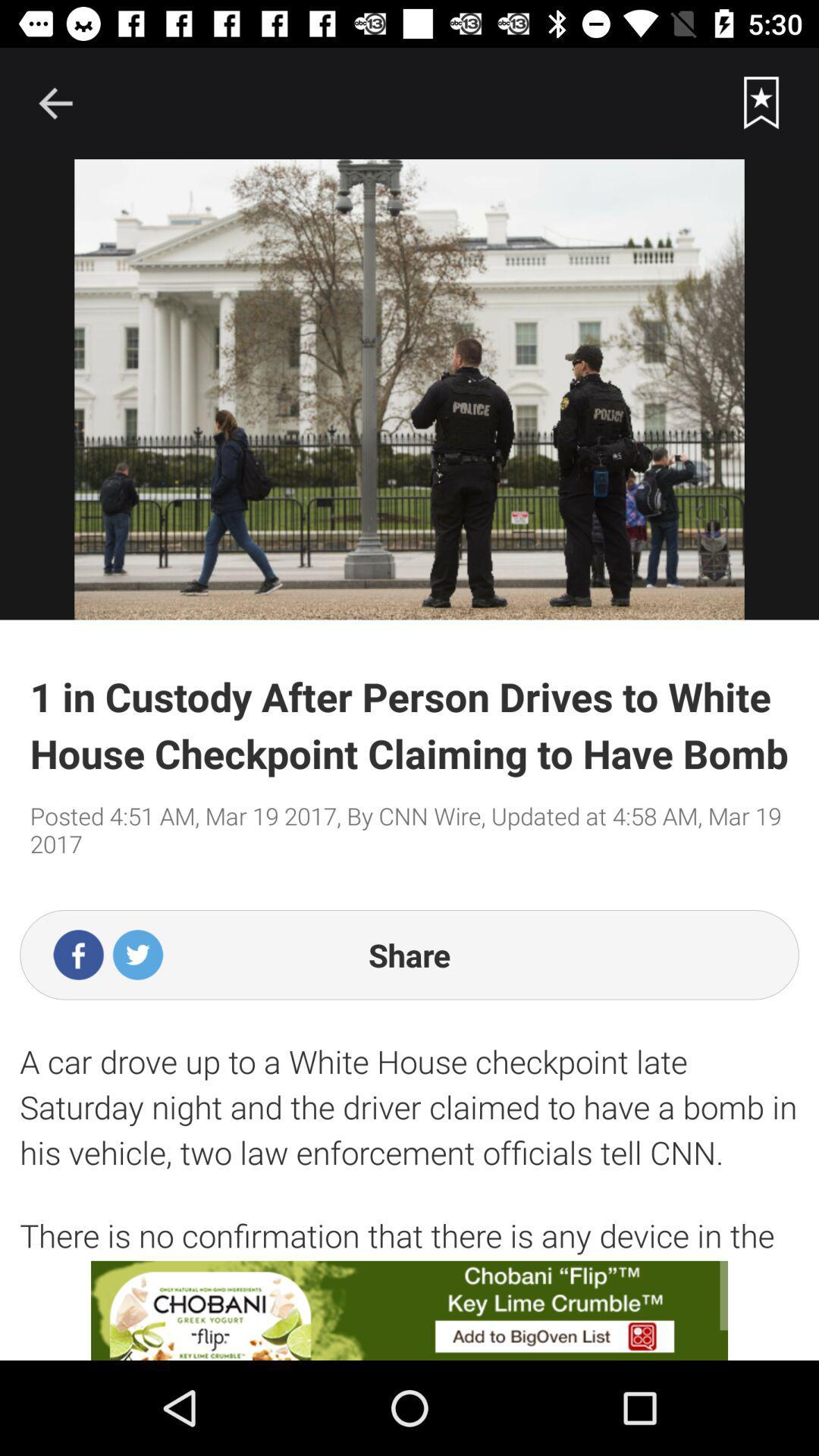 The width and height of the screenshot is (819, 1456). I want to click on the arrow_backward icon, so click(55, 102).